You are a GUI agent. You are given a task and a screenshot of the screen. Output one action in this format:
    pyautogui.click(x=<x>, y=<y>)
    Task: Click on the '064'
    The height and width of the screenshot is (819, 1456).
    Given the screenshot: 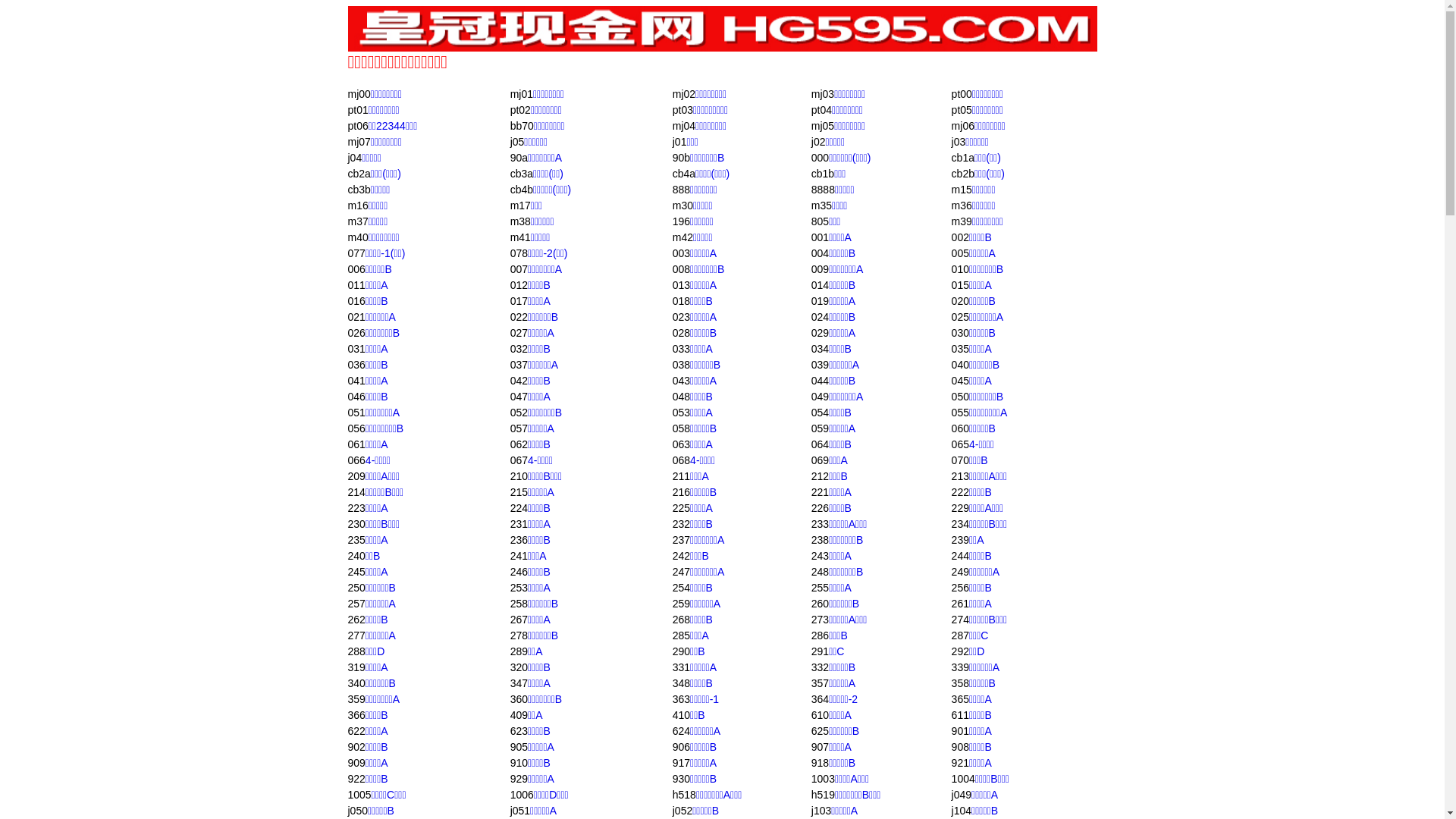 What is the action you would take?
    pyautogui.click(x=819, y=444)
    